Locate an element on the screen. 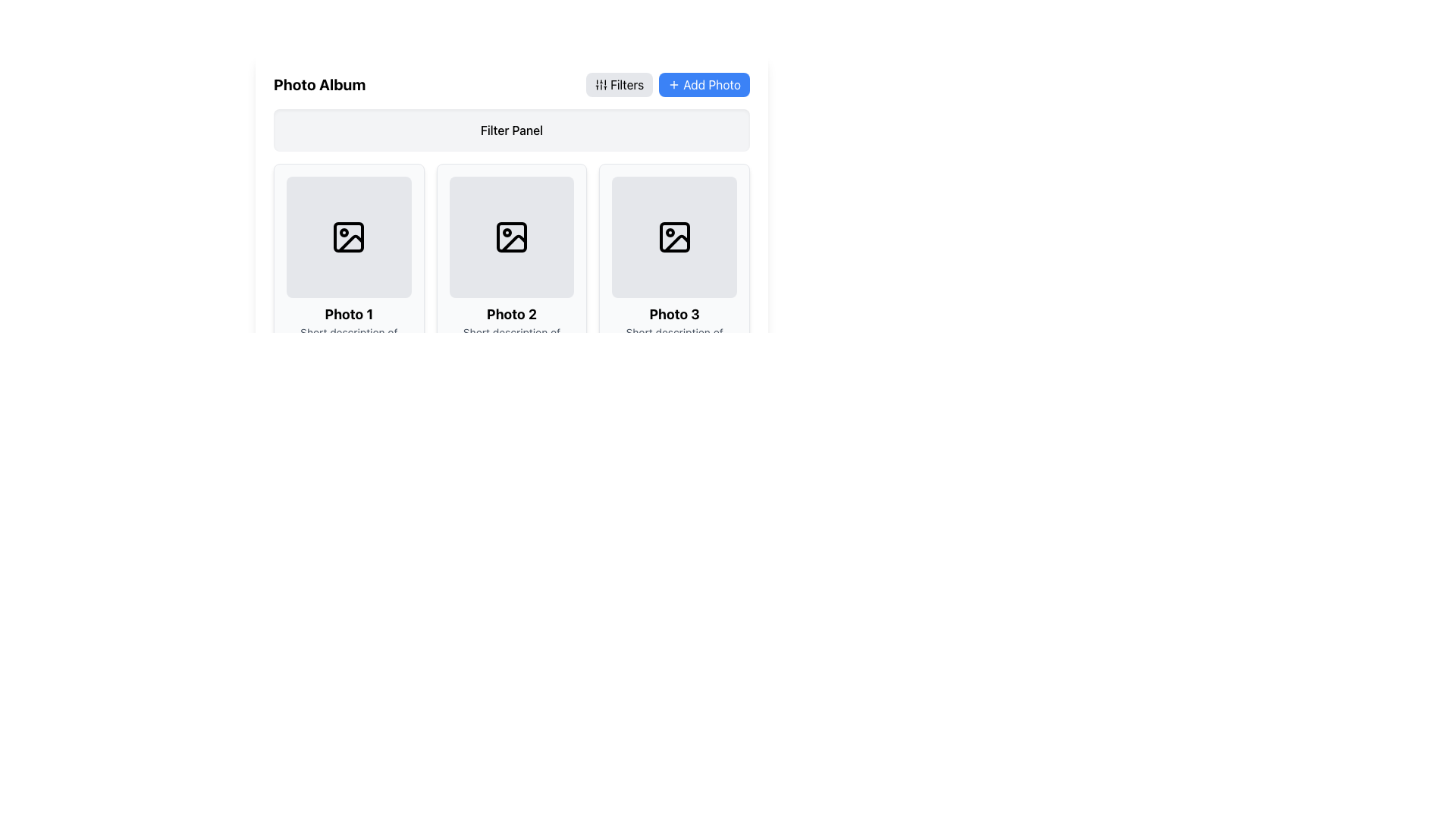  the Text Label that serves as a header for the filter section located near the top-center of the interface, beneath the 'Photo Album' title and buttons is located at coordinates (512, 130).